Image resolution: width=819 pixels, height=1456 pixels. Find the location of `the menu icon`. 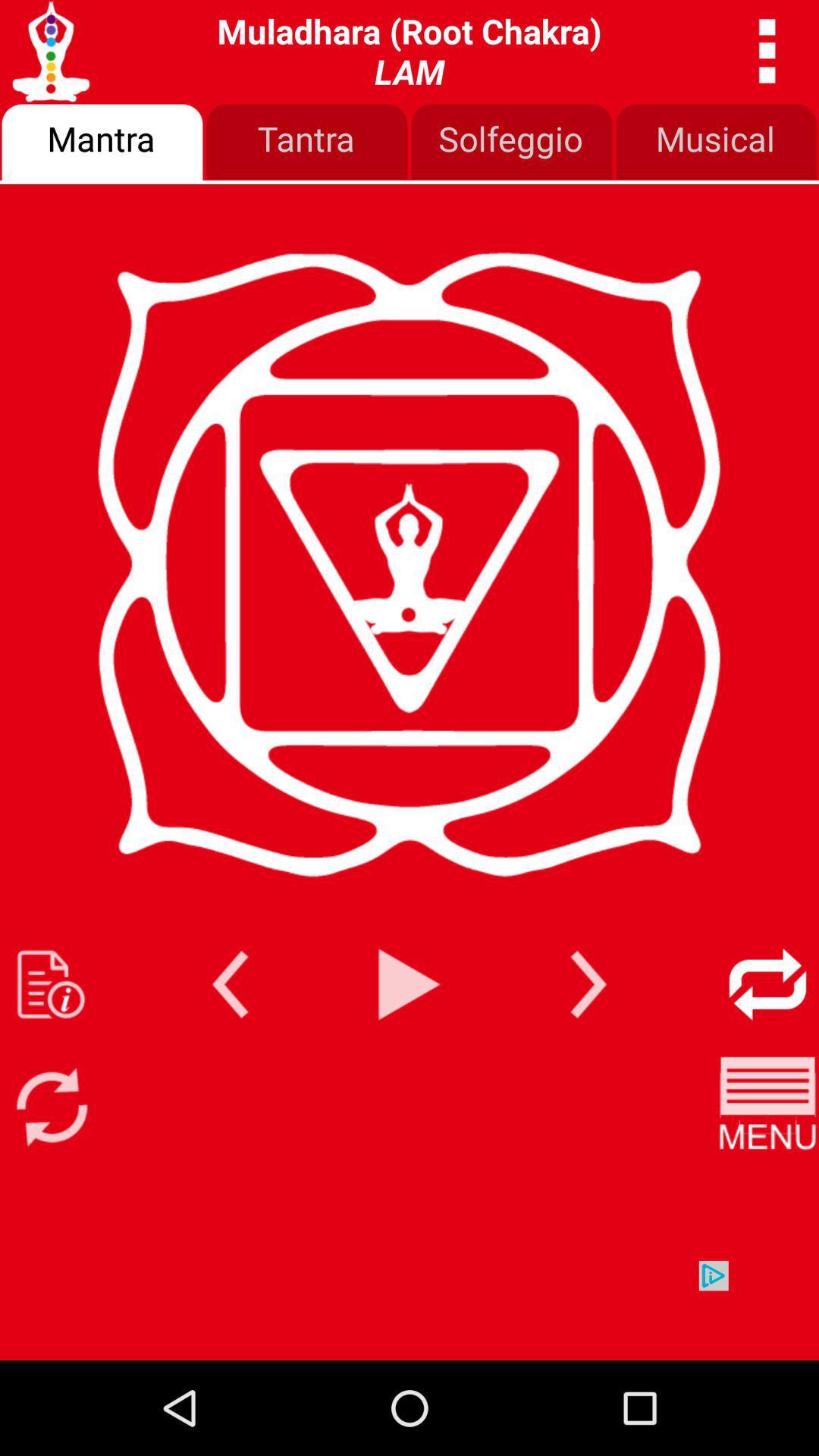

the menu icon is located at coordinates (767, 1184).